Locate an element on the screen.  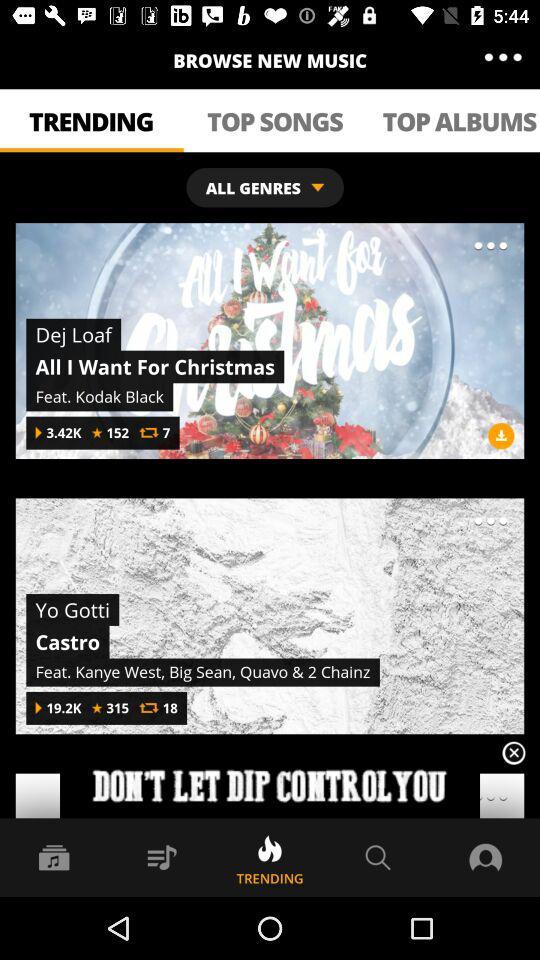
item to the right of the feat. kodak black is located at coordinates (500, 435).